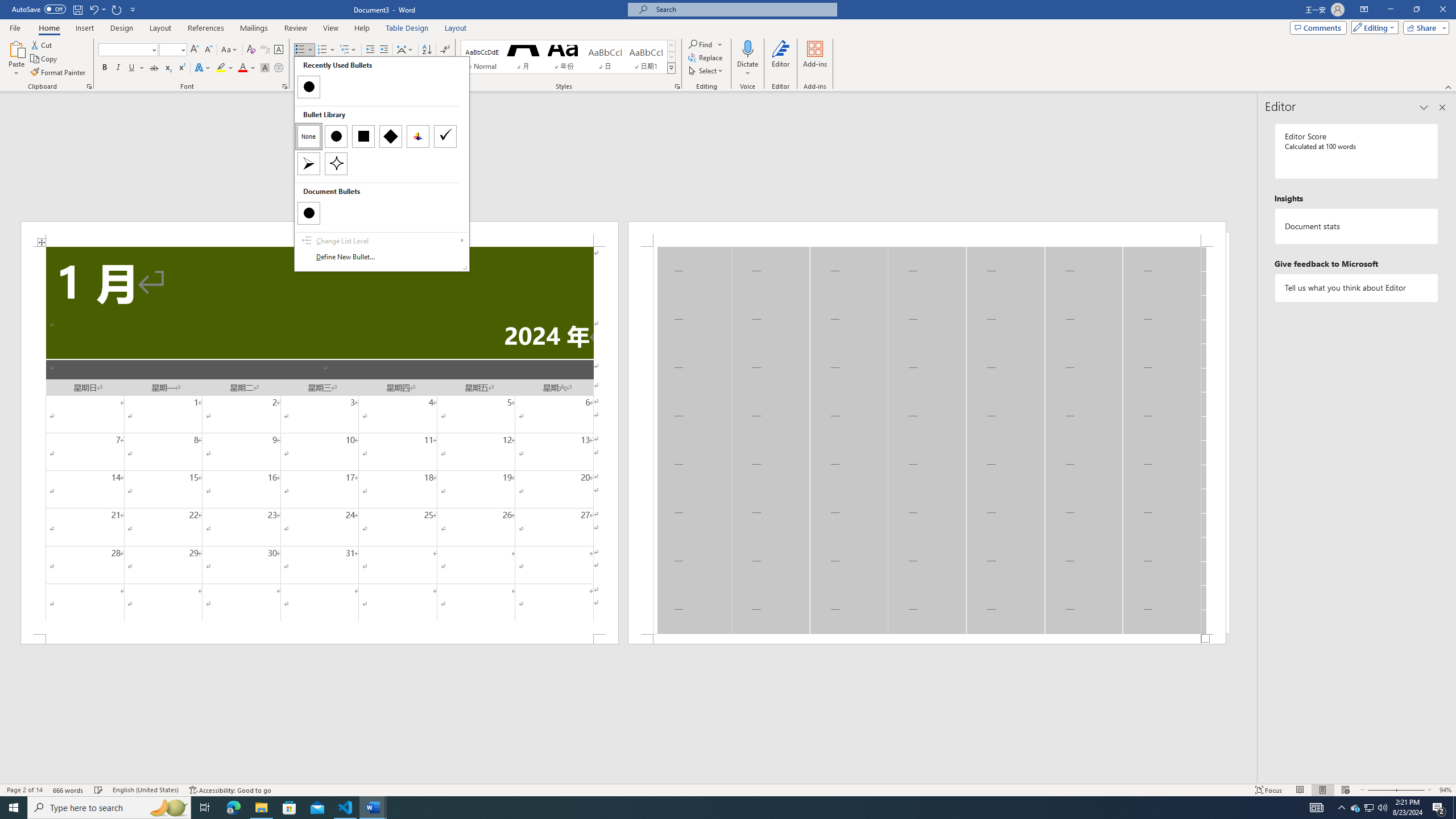 The image size is (1456, 819). What do you see at coordinates (131, 67) in the screenshot?
I see `'Underline'` at bounding box center [131, 67].